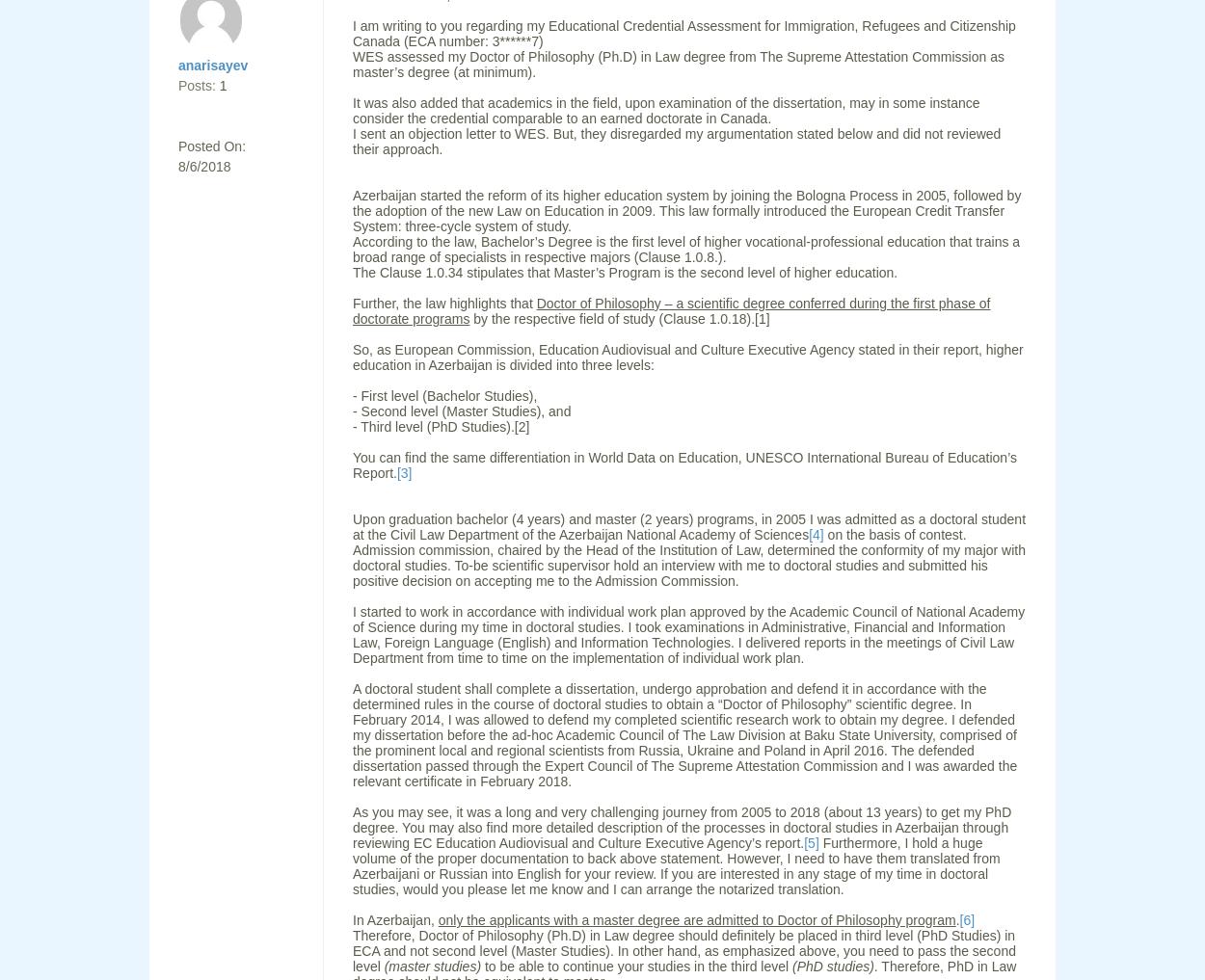 The height and width of the screenshot is (980, 1205). Describe the element at coordinates (683, 734) in the screenshot. I see `'A doctoral student shall complete a dissertation, undergo approbation and defend it in accordance with the determined rules in the course of doctoral studies to obtain a “Doctor of Philosophy” scientific degree. In February 2014, I was allowed to defend my completed scientific research work to obtain my degree. I defended my dissertation before the ad-hoc Academic Council of The Law Division at Baku State University, comprised of the prominent local and regional scientists from Russia, Ukraine and Poland in April 2016. The defended dissertation passed through the Expert Council of The Supreme Attestation Commission and I was awarded the relevant certificate in February 2018.'` at that location.